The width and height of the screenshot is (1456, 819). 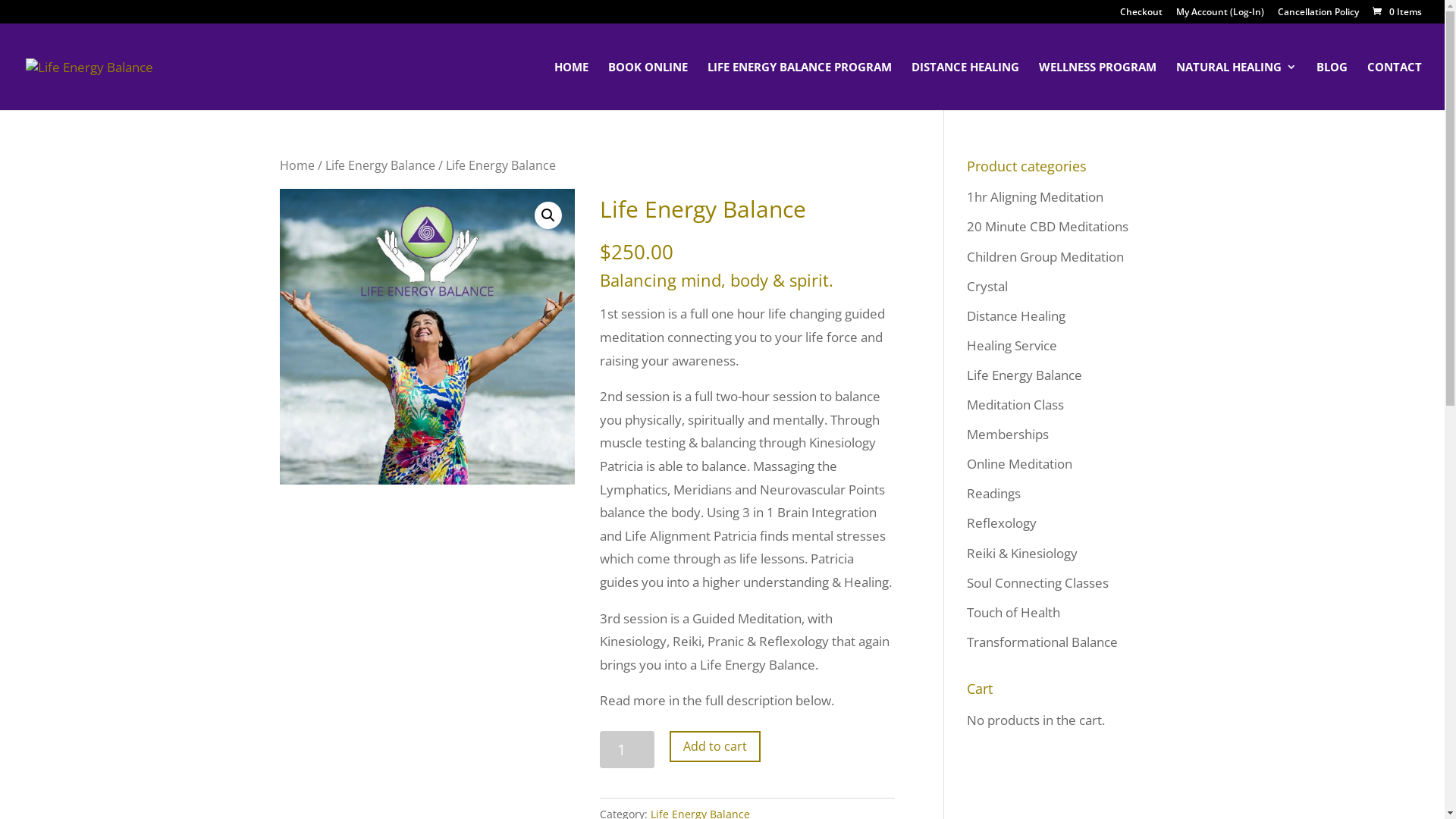 I want to click on 'Transformational Balance', so click(x=965, y=642).